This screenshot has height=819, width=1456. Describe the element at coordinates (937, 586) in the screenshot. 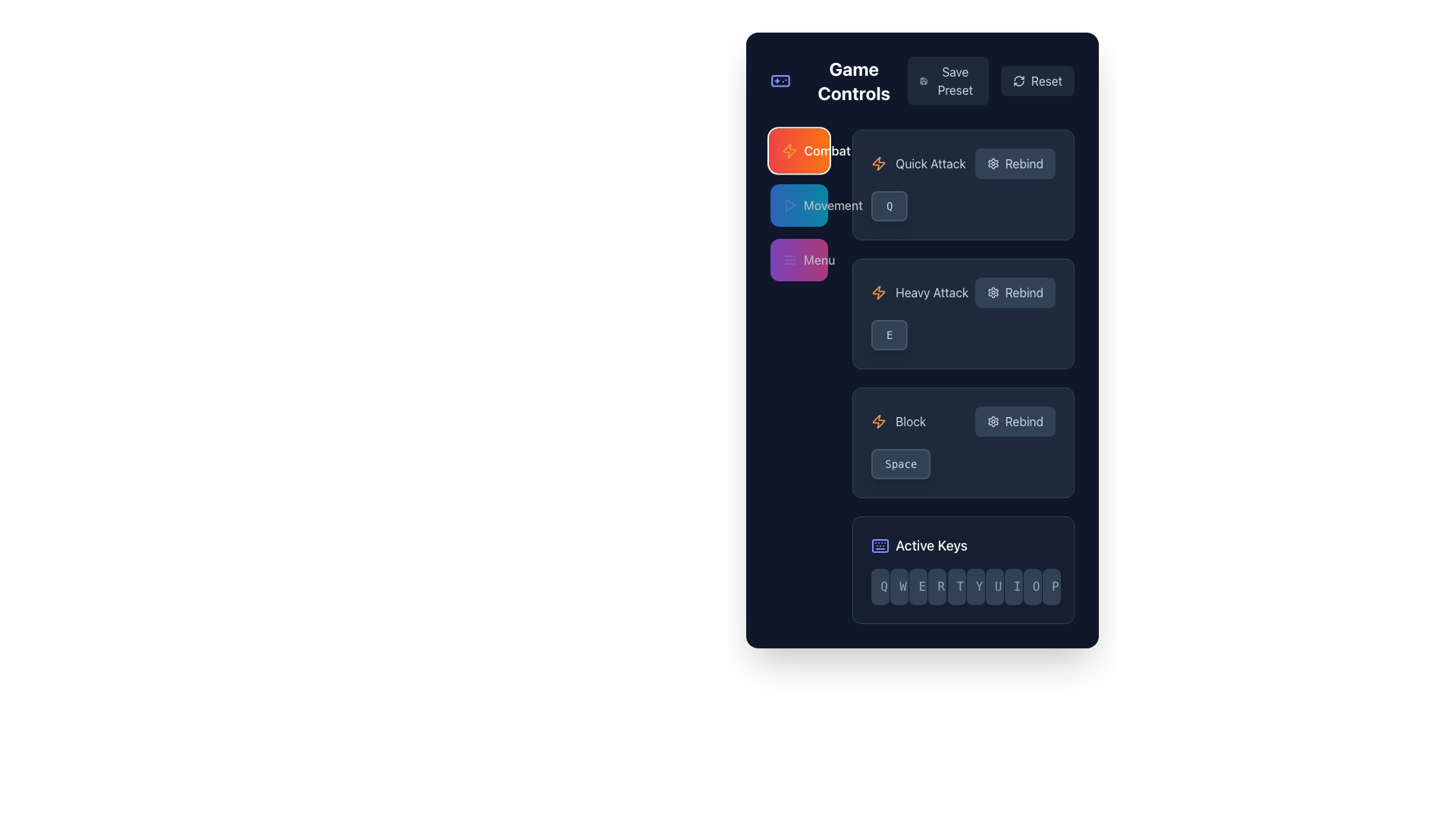

I see `the rectangular button with rounded corners labeled 'R' located in the grid of buttons in the 'Active Keys' section, positioned between buttons 'E' and 'T'` at that location.